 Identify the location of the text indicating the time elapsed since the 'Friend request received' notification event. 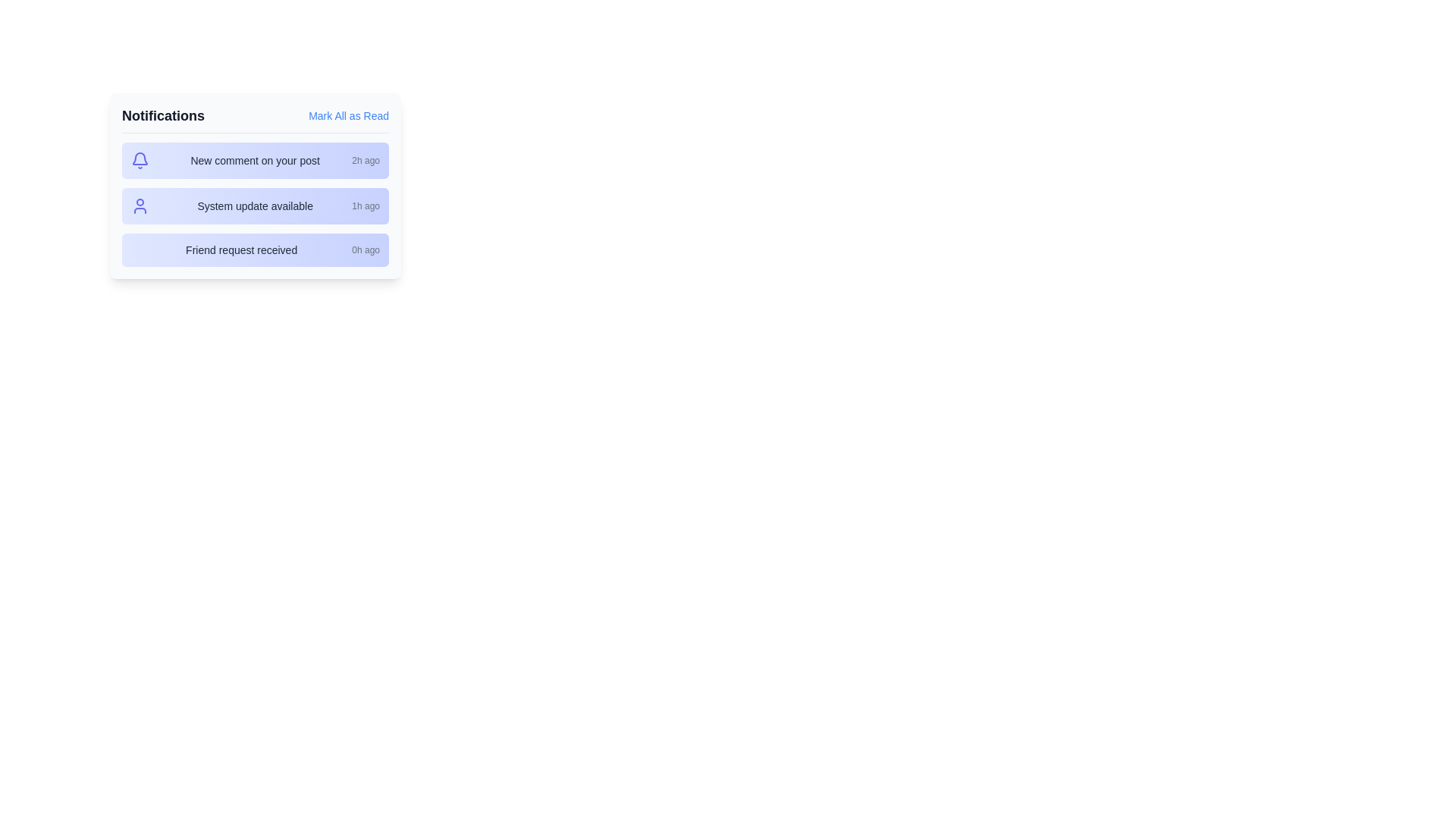
(366, 249).